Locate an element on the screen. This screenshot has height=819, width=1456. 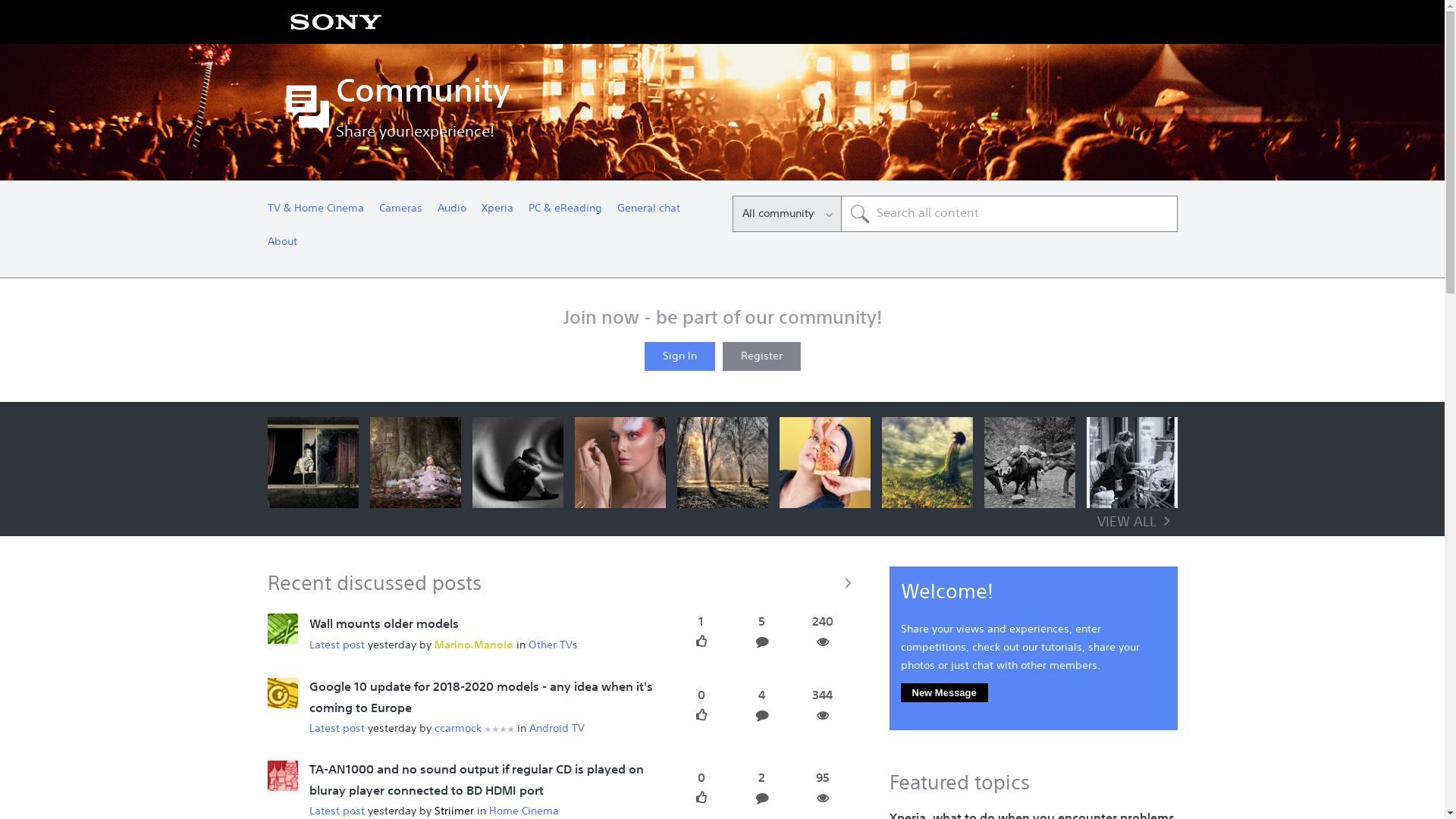
'Striimer' is located at coordinates (453, 810).